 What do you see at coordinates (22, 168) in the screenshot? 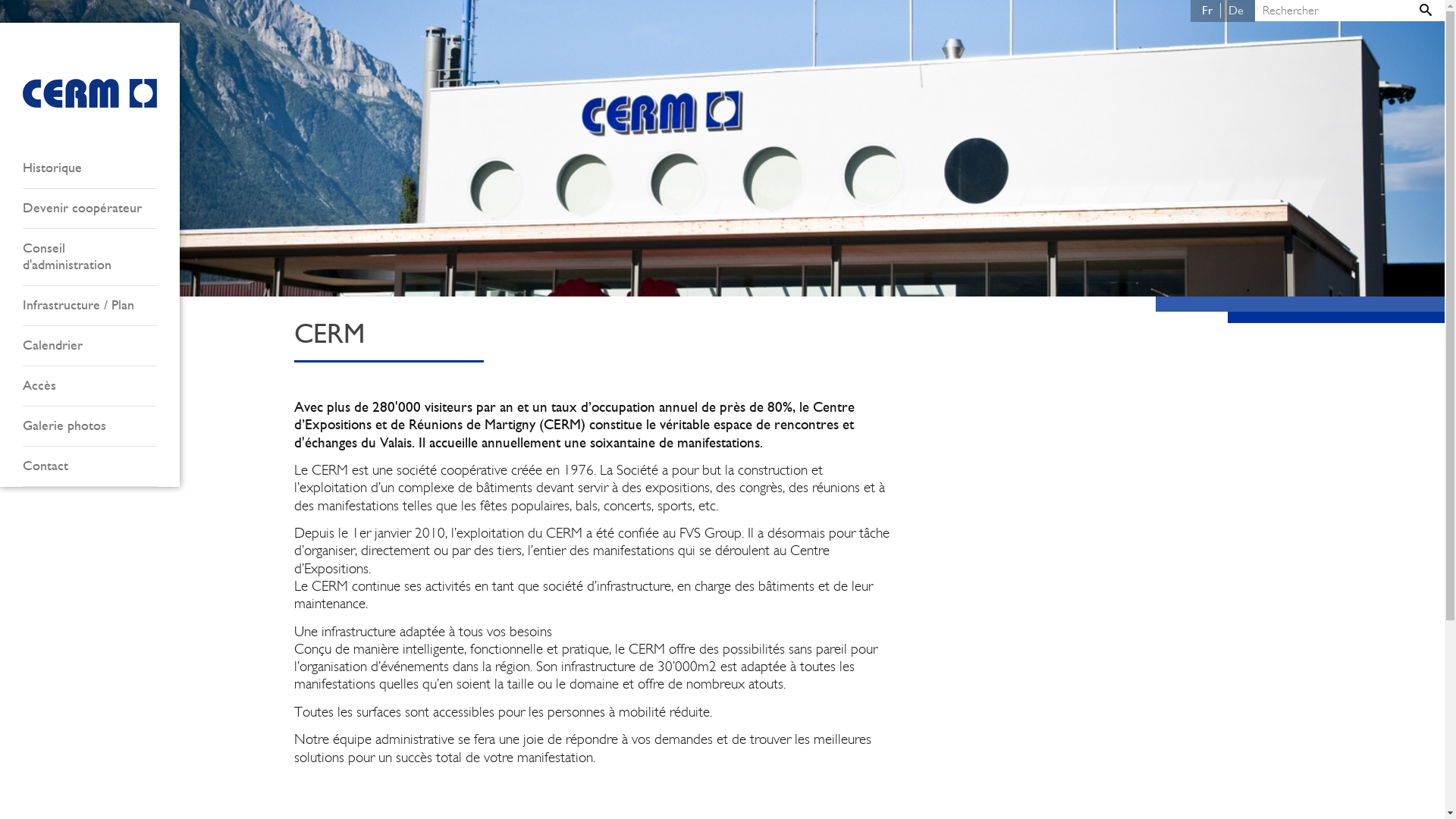
I see `'Historique'` at bounding box center [22, 168].